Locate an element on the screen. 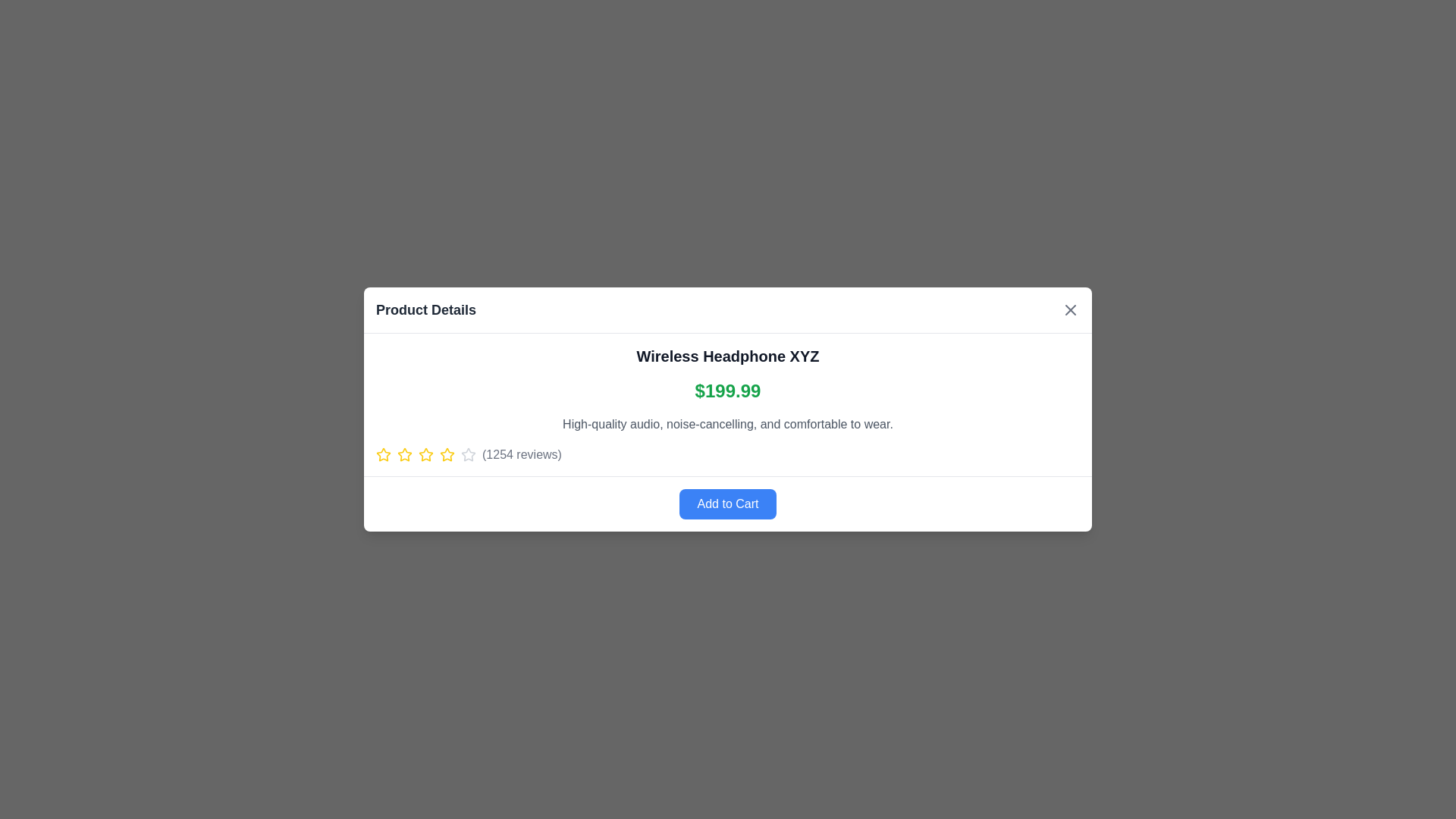  the 'Wireless Headphone XYZ' text label, which is prominently displayed in a bold and large font, located centrally above the price information is located at coordinates (728, 356).